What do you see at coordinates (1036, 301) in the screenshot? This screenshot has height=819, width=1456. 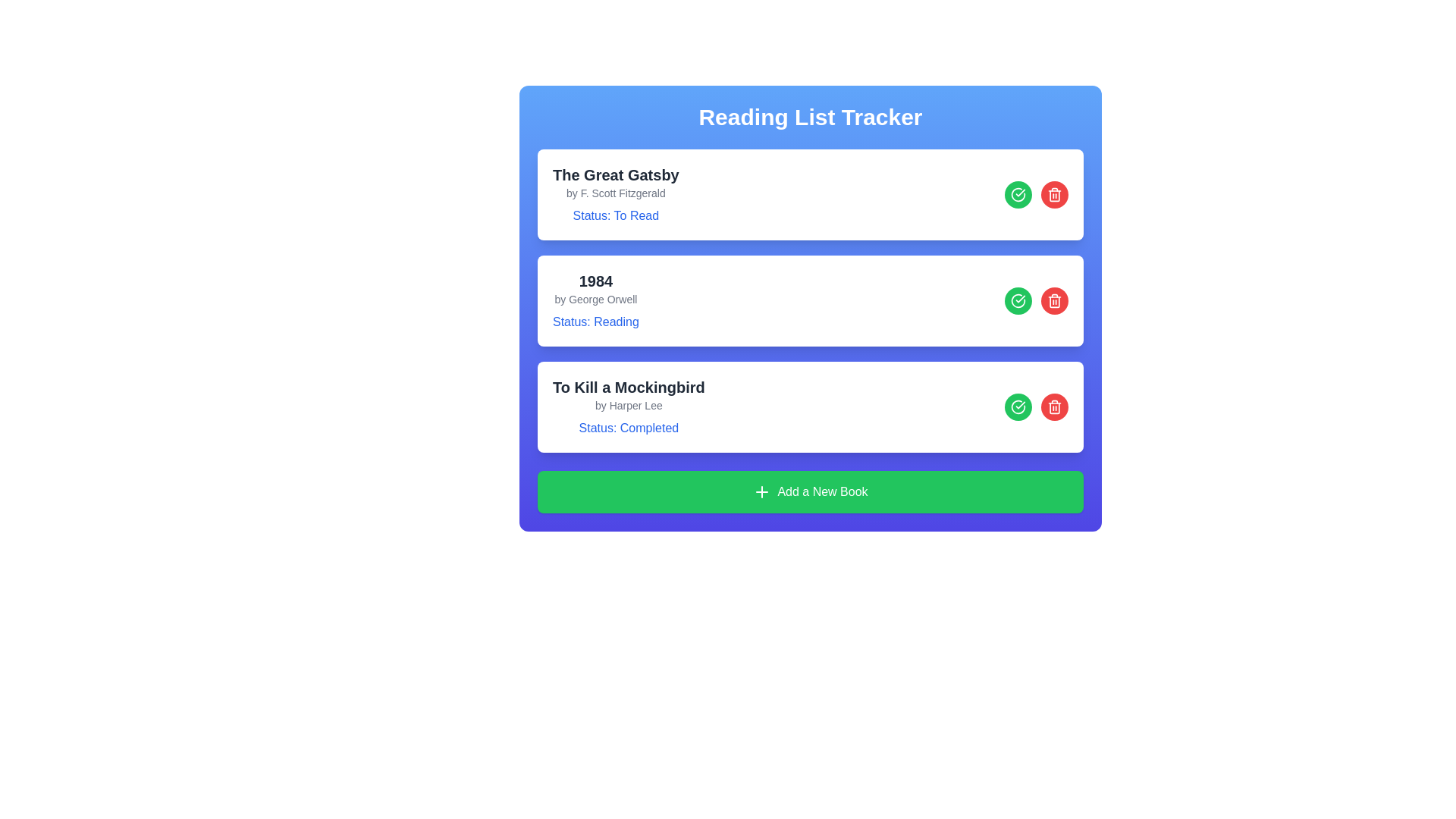 I see `the red trash can icon in the actionable icon group for the book '1984' by George Orwell` at bounding box center [1036, 301].